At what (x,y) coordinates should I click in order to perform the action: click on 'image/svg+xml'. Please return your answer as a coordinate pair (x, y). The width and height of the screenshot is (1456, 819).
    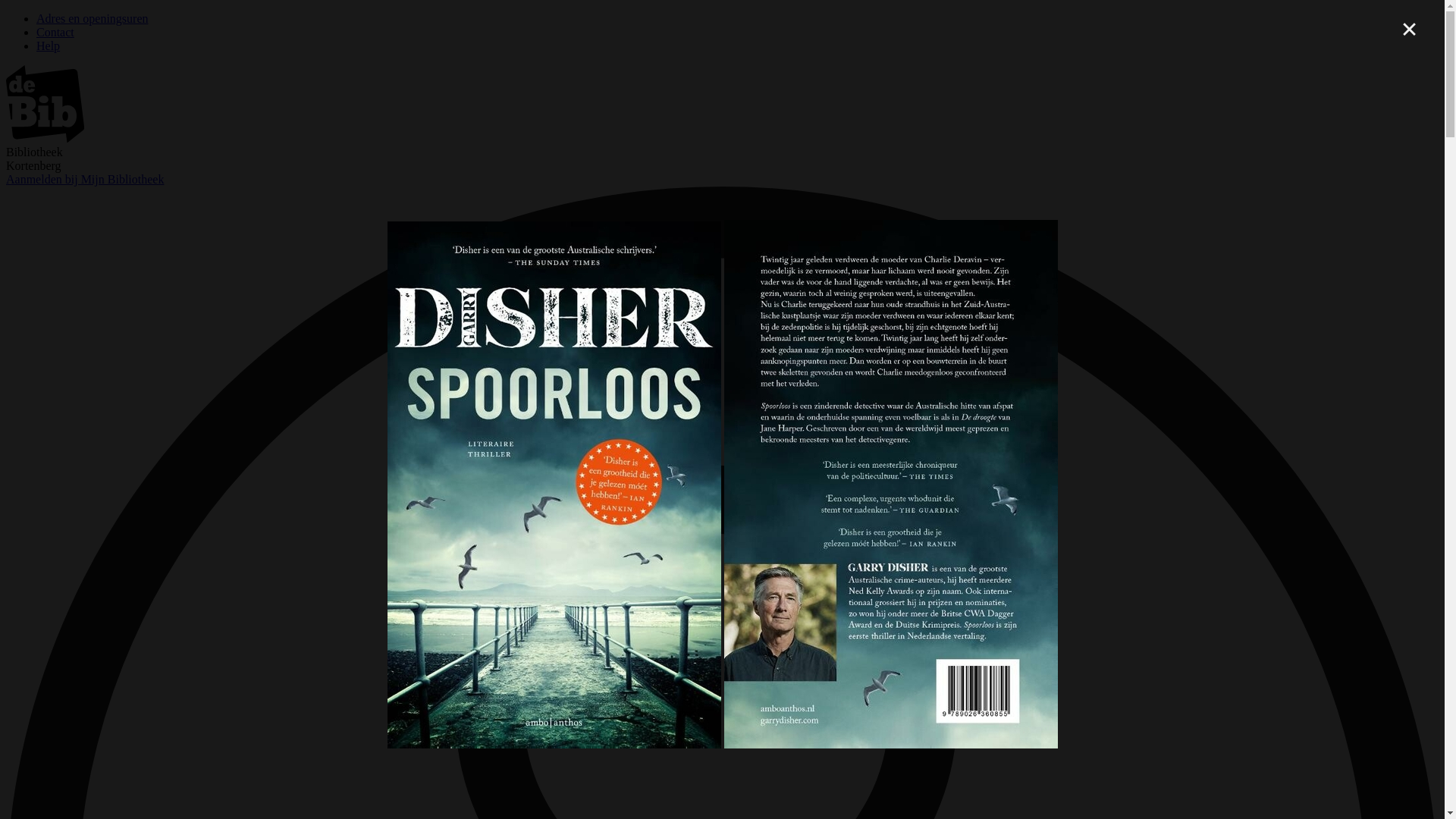
    Looking at the image, I should click on (6, 138).